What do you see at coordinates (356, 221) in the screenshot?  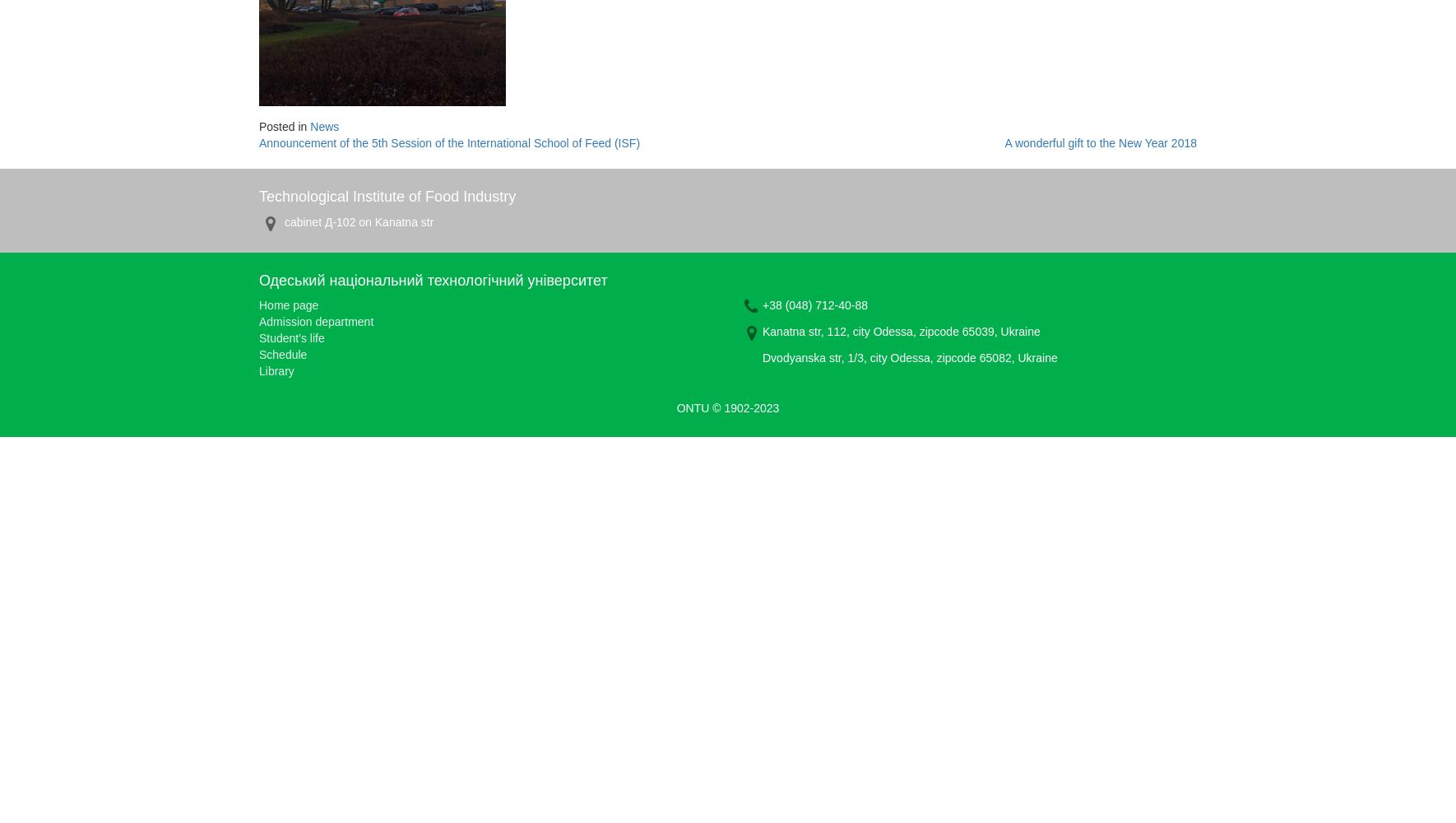 I see `'cabinet Д-102 on Kanatna str'` at bounding box center [356, 221].